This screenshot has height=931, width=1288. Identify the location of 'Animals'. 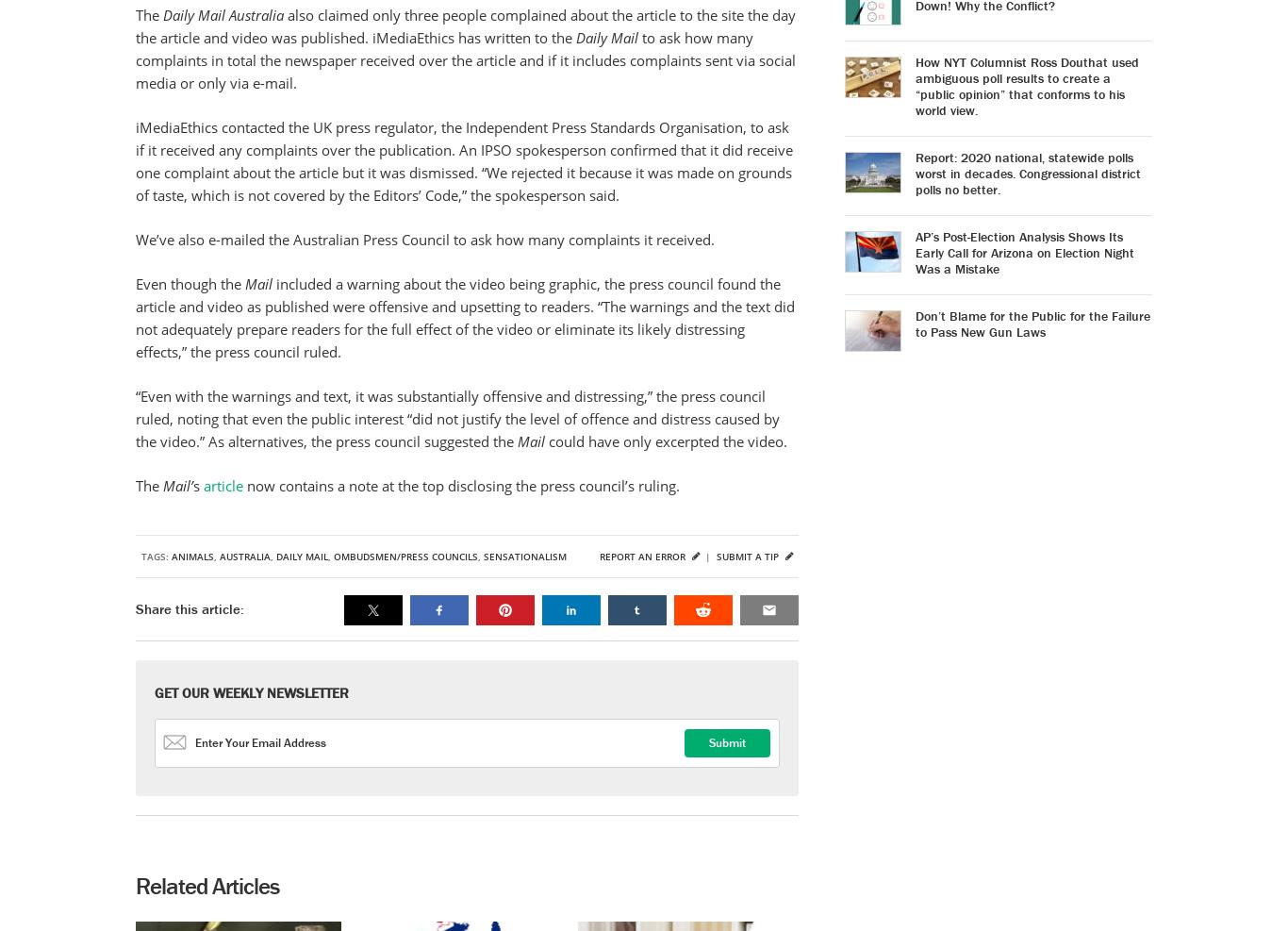
(170, 556).